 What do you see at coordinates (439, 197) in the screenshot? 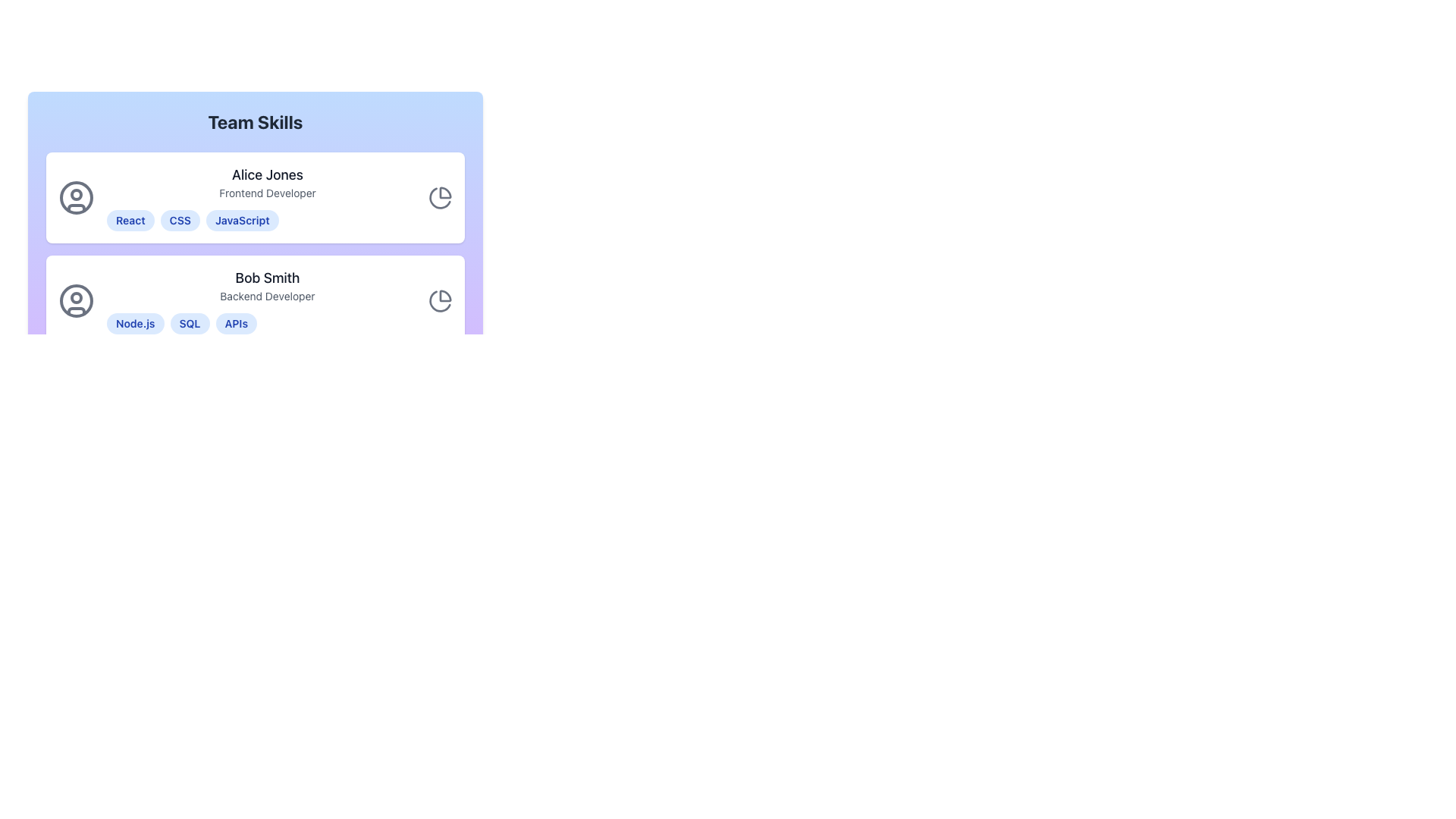
I see `the analytics icon located at the top-right corner of the card for Alice Jones to interact with the associated analytics` at bounding box center [439, 197].